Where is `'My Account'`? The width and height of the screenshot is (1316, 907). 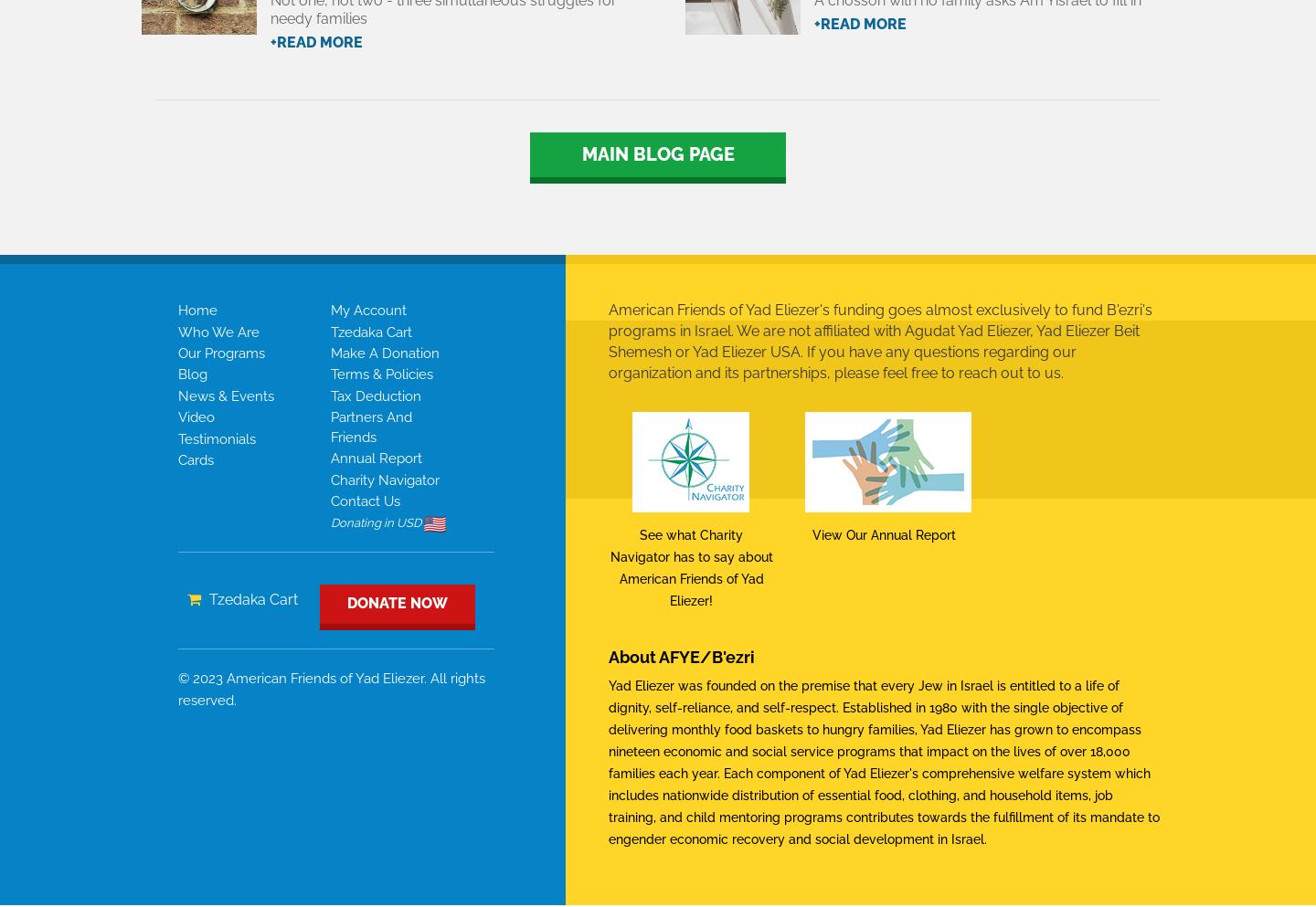 'My Account' is located at coordinates (366, 310).